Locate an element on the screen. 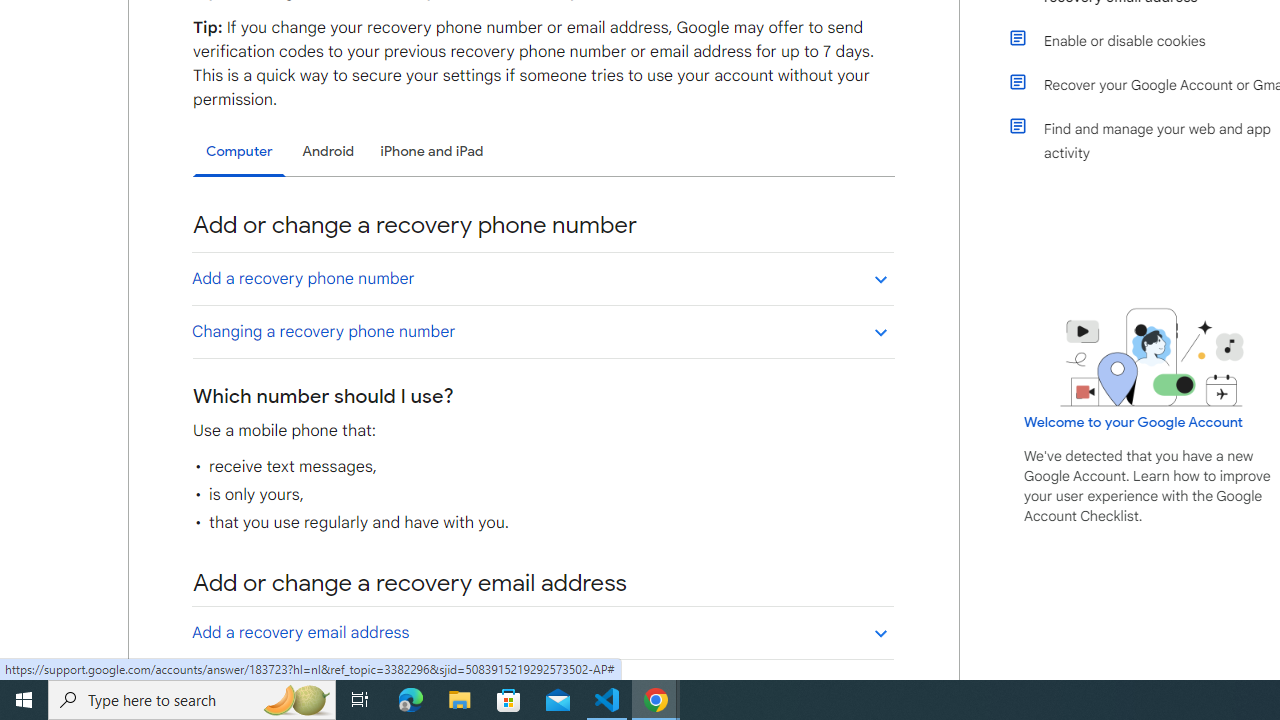 This screenshot has height=720, width=1280. 'Changing a recovery email address' is located at coordinates (542, 684).